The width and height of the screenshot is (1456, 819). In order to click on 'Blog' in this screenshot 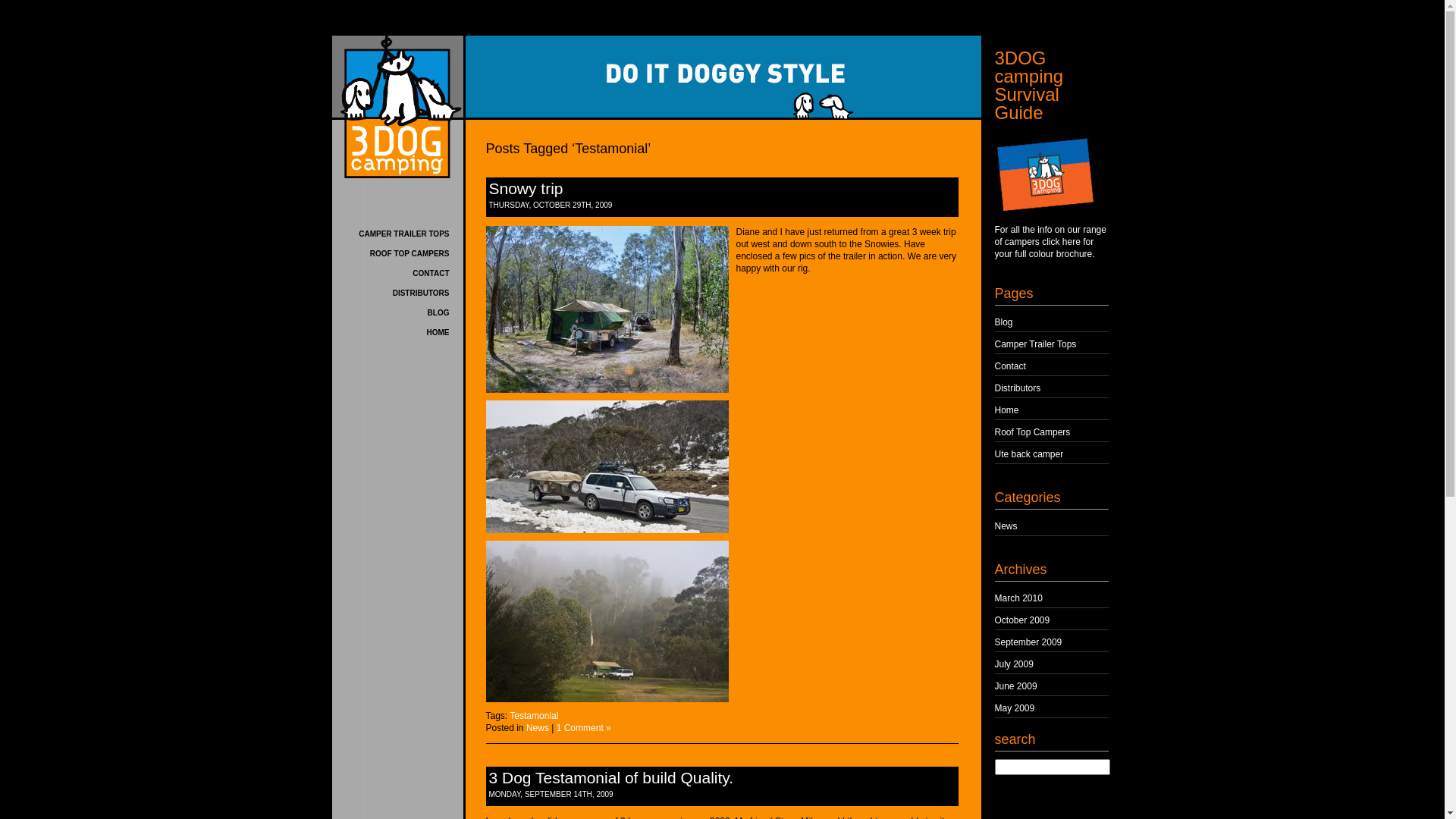, I will do `click(994, 321)`.